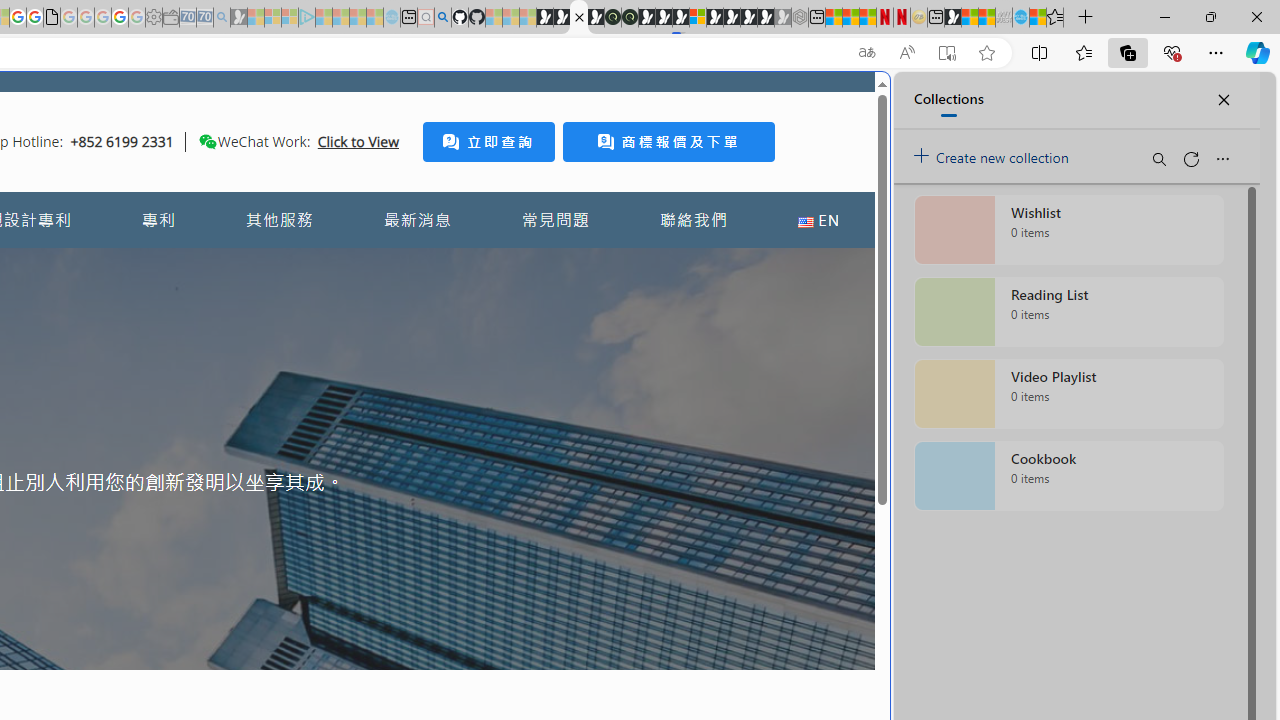  Describe the element at coordinates (698, 17) in the screenshot. I see `'Sign in to your account'` at that location.